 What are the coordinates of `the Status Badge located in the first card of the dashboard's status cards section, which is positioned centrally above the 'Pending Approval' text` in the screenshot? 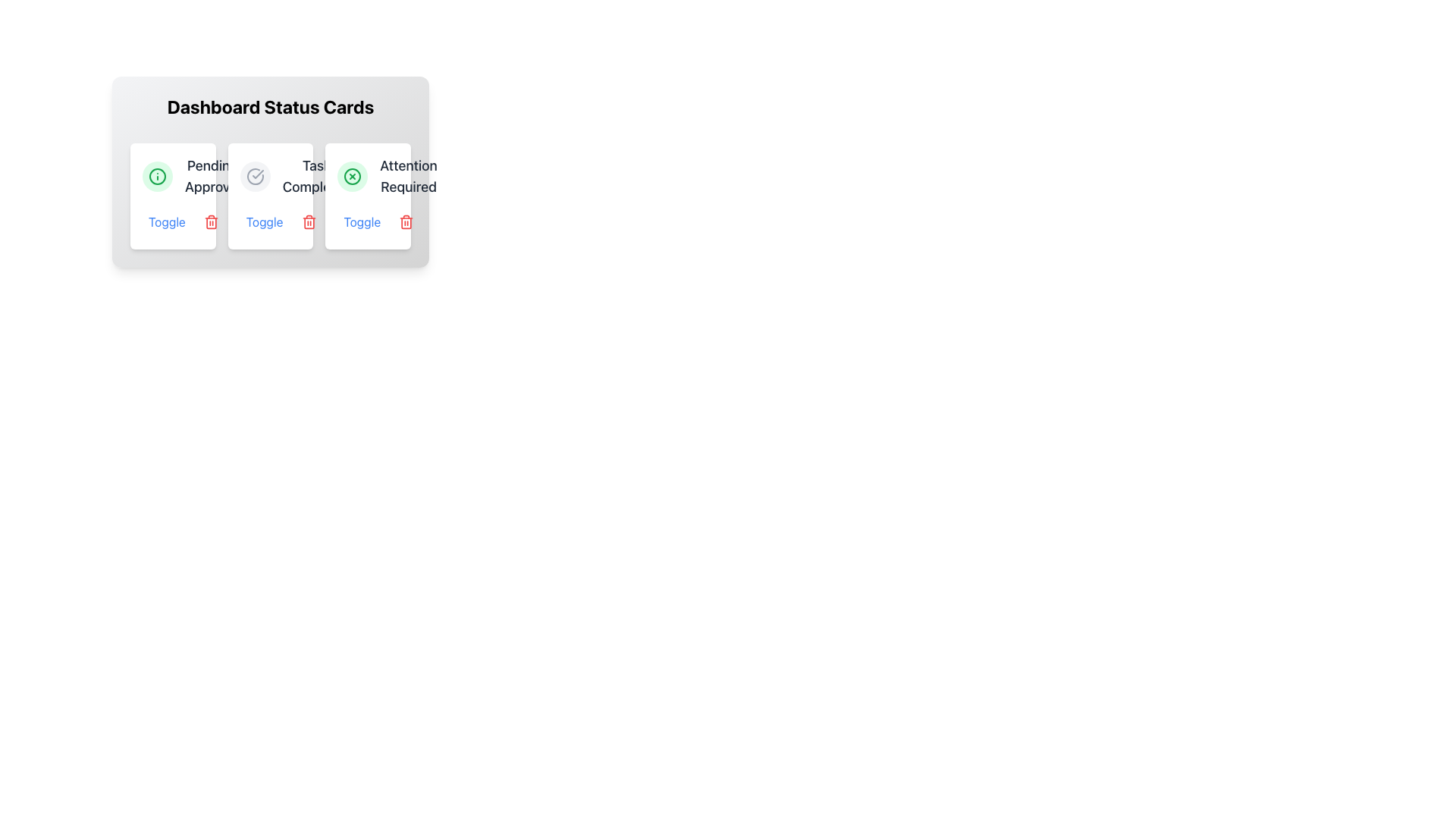 It's located at (157, 175).